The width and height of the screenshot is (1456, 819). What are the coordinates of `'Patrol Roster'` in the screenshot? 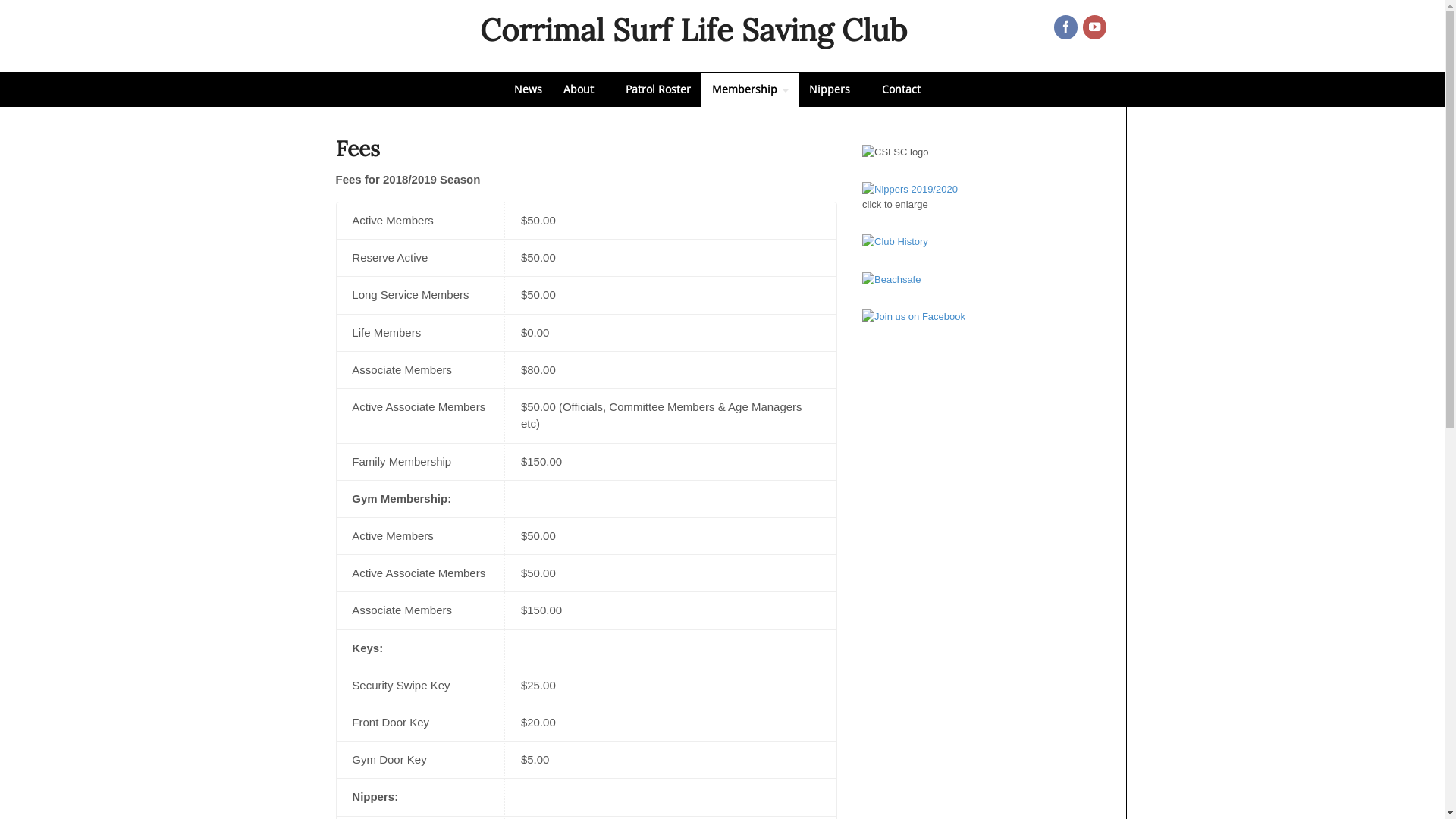 It's located at (614, 89).